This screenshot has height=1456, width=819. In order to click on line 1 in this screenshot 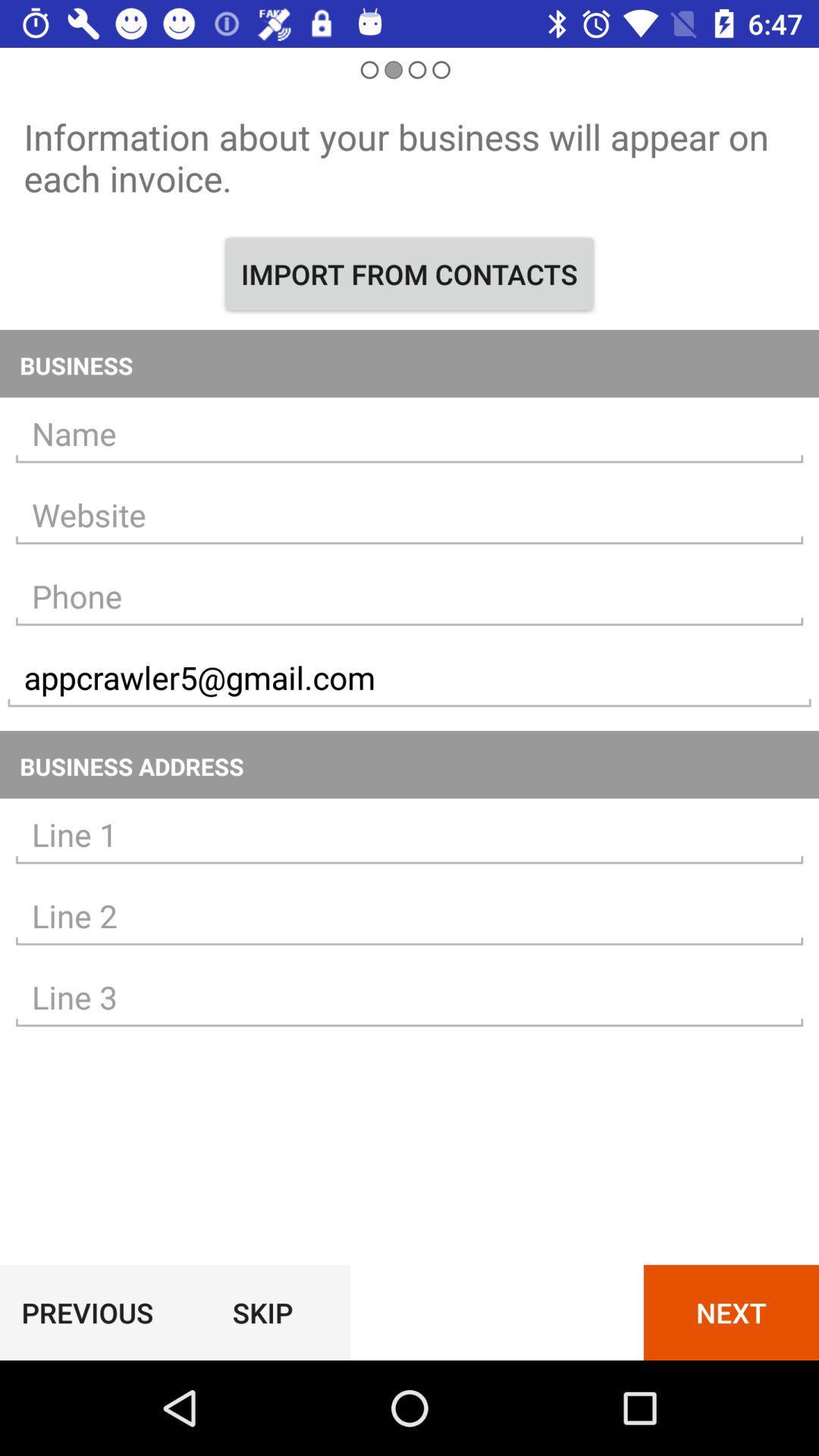, I will do `click(409, 834)`.